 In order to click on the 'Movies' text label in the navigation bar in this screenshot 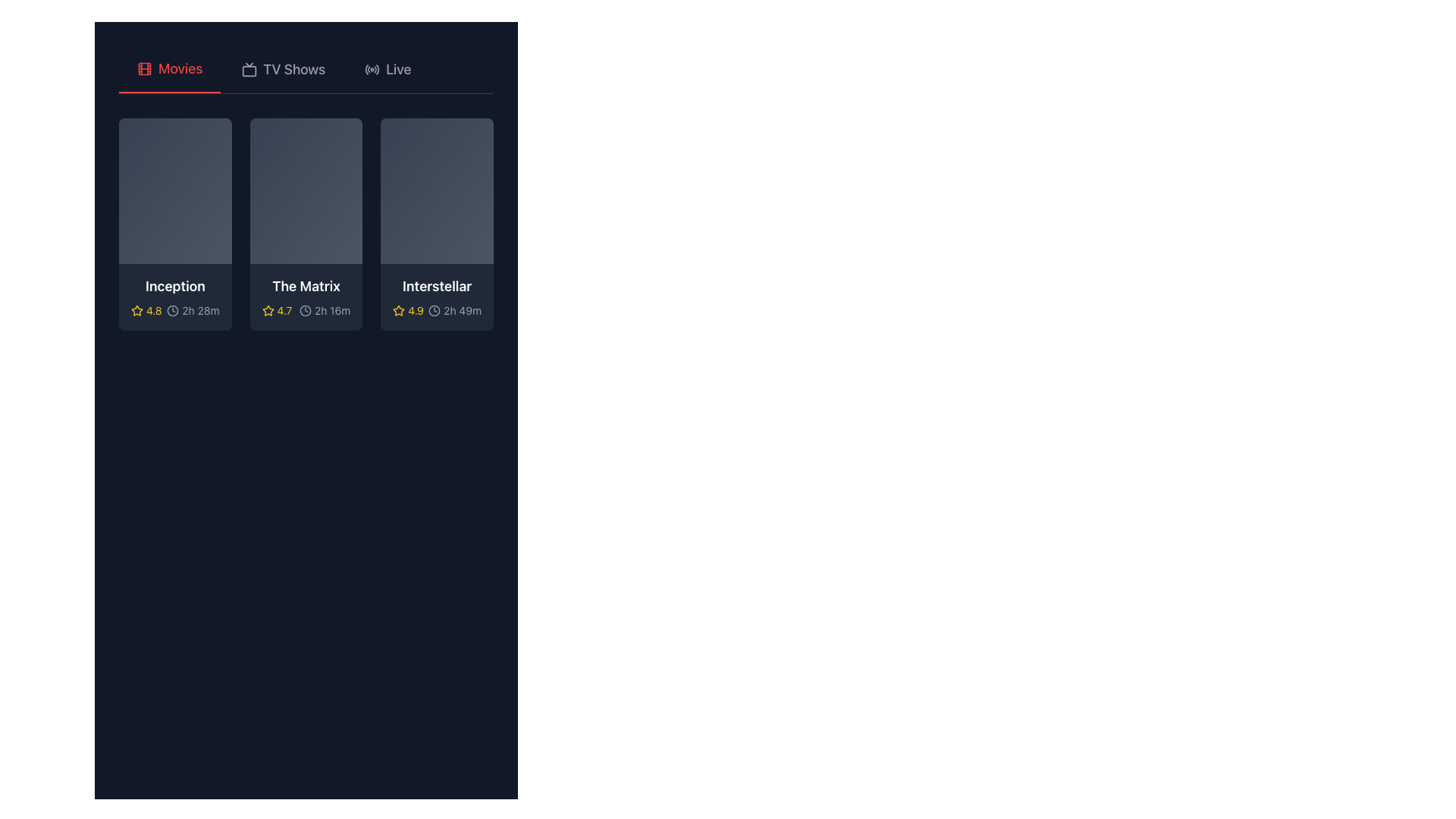, I will do `click(180, 69)`.